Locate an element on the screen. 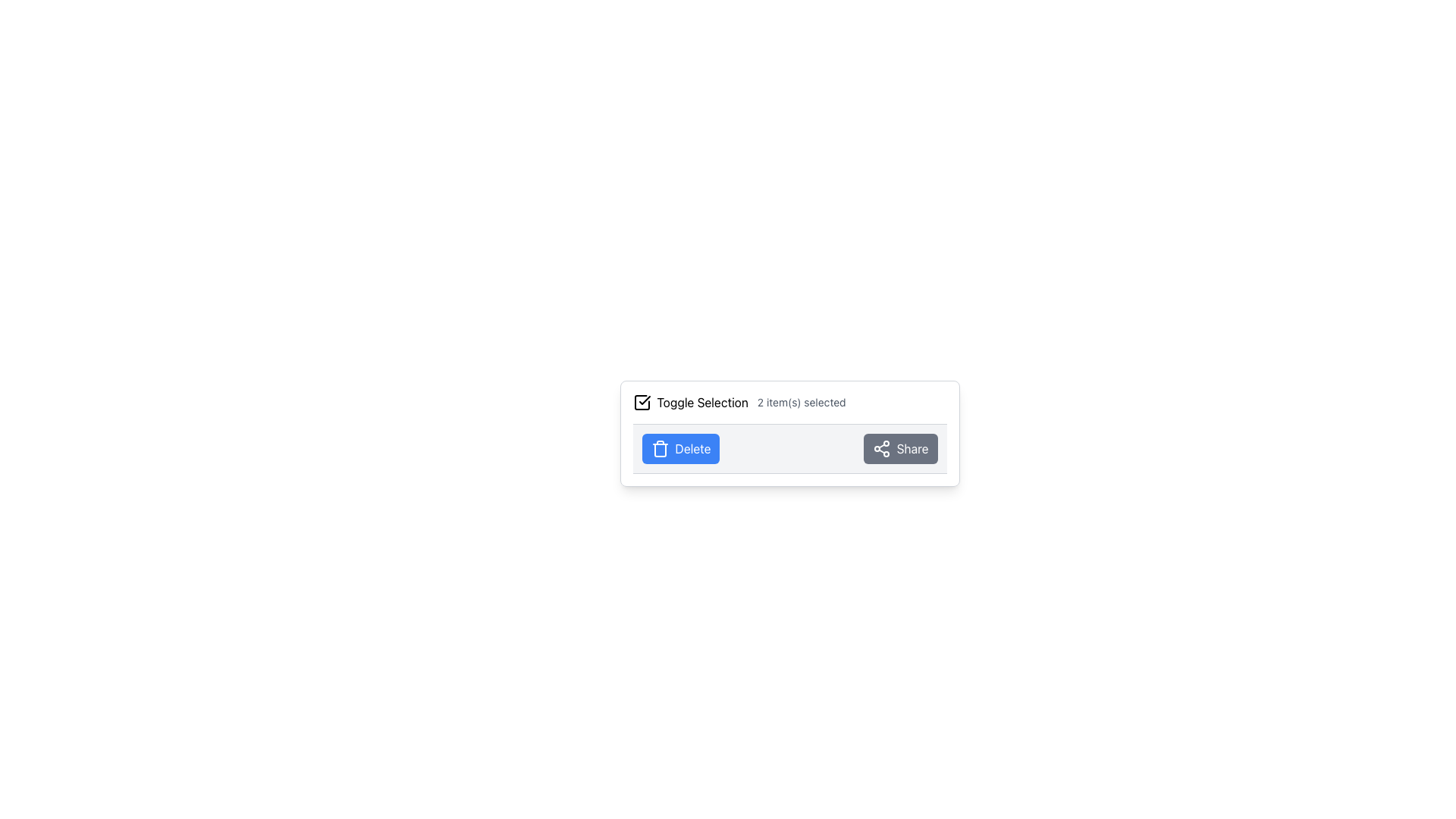 The image size is (1456, 819). the trash can icon located within the 'Delete' button is located at coordinates (660, 447).